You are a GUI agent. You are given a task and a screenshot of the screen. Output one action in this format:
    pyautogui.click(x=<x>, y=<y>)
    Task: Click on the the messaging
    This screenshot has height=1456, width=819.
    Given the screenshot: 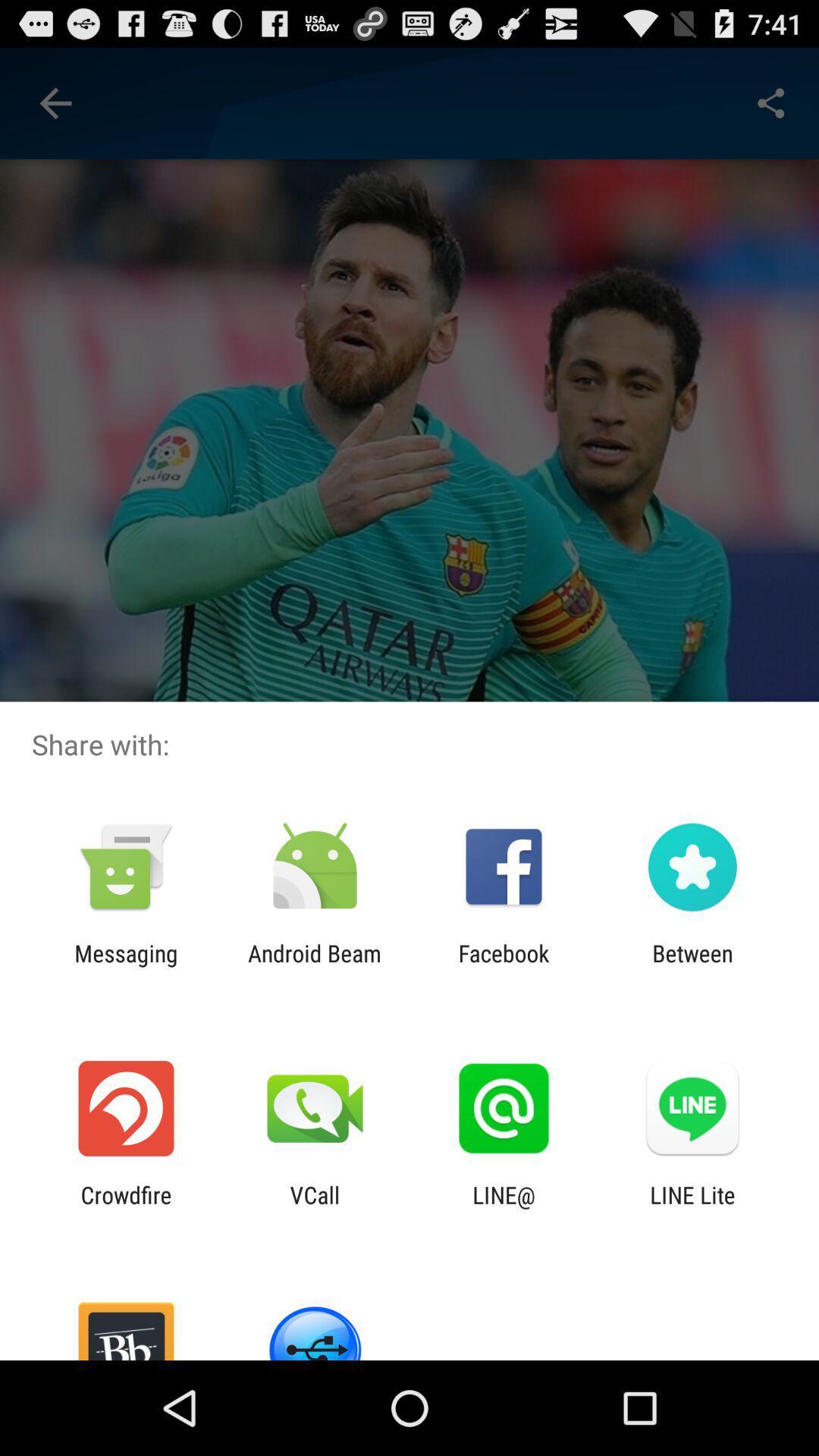 What is the action you would take?
    pyautogui.click(x=125, y=966)
    